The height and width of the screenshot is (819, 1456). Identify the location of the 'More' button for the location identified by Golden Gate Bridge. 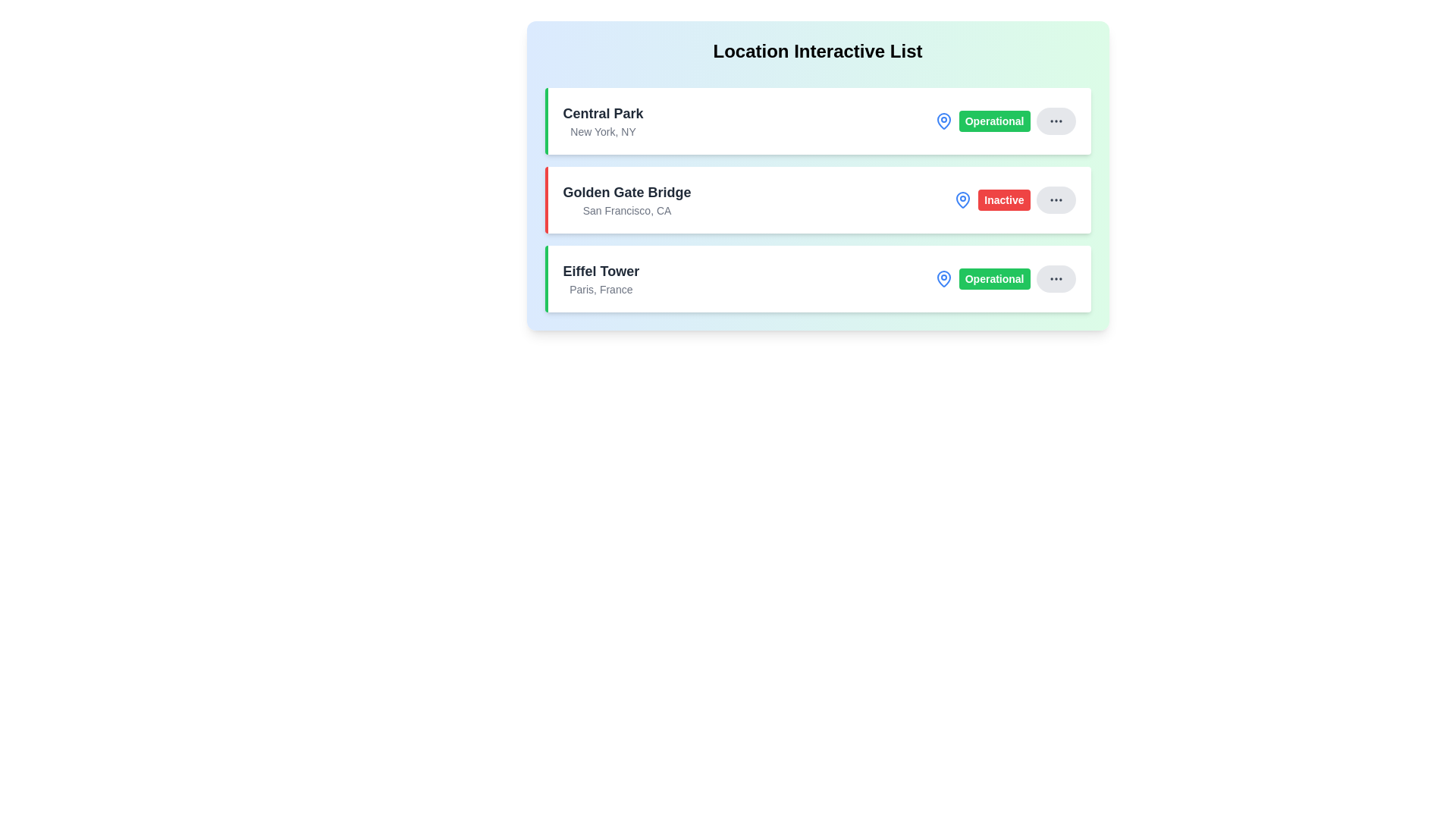
(1055, 199).